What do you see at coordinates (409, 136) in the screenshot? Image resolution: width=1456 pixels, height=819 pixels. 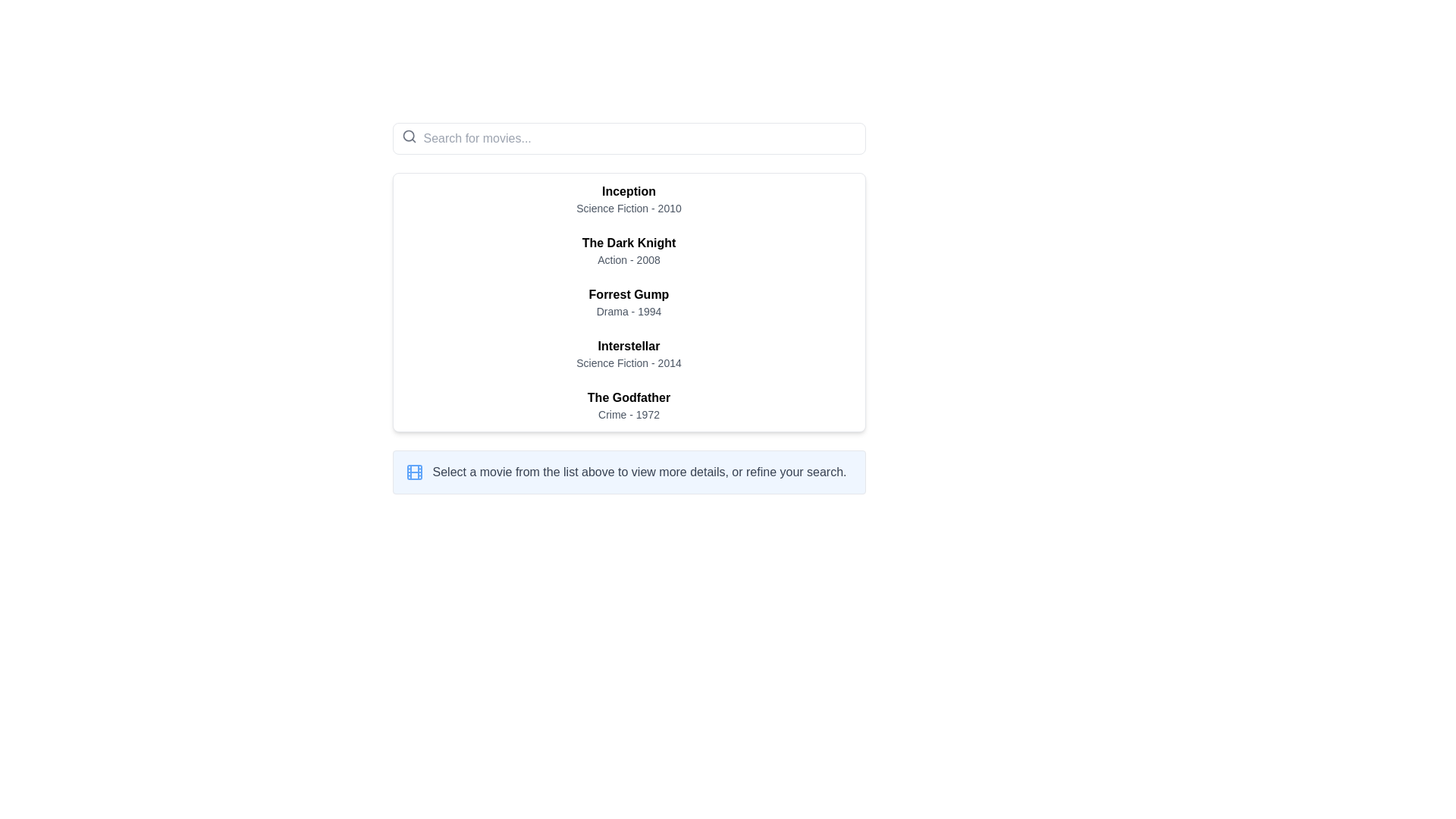 I see `the magnifying-glass icon which is styled in gray and located to the left of the search input field at the top-center of the interface` at bounding box center [409, 136].